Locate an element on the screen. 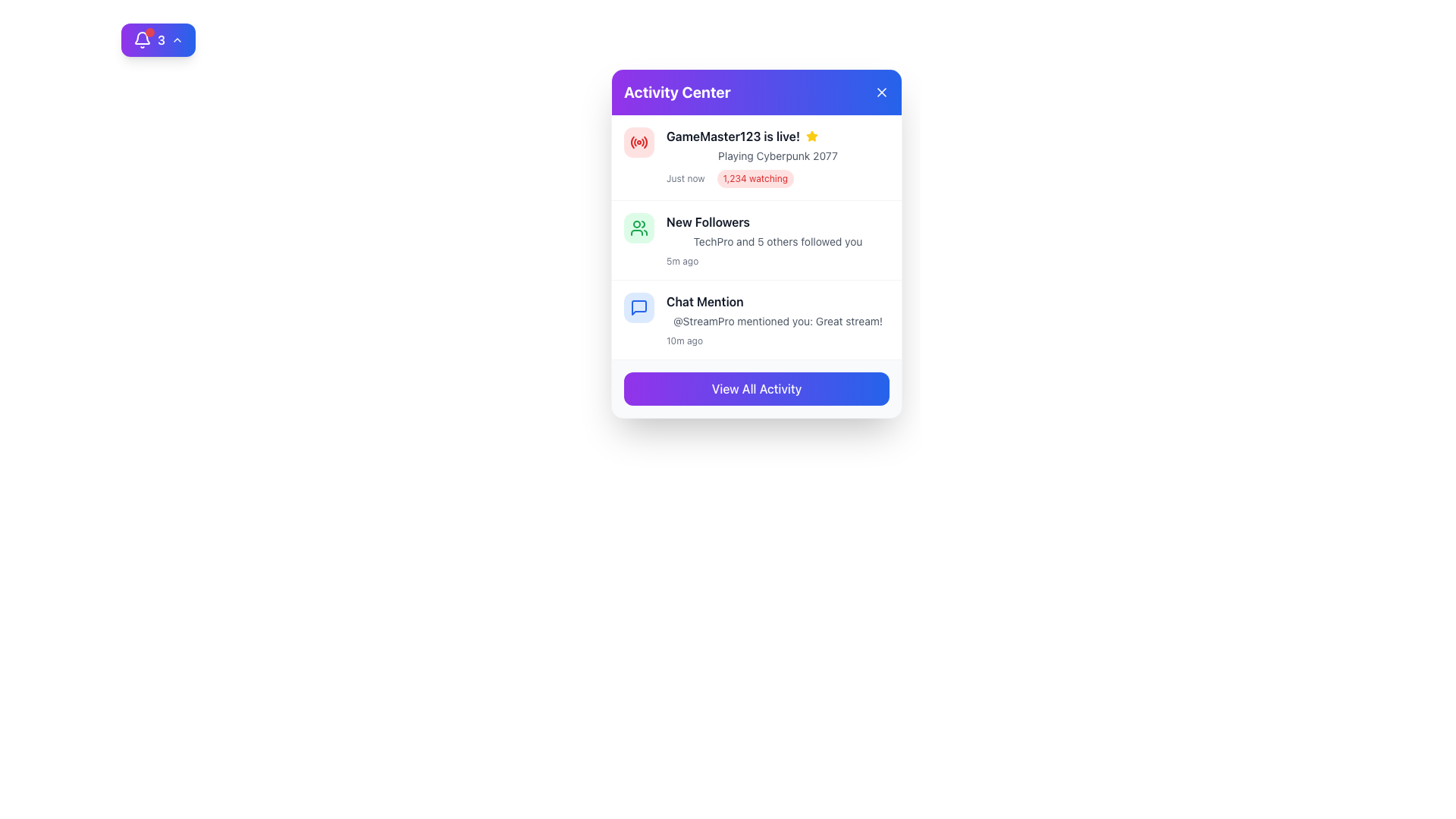 The height and width of the screenshot is (819, 1456). the text label displaying '5m ago' is located at coordinates (682, 260).